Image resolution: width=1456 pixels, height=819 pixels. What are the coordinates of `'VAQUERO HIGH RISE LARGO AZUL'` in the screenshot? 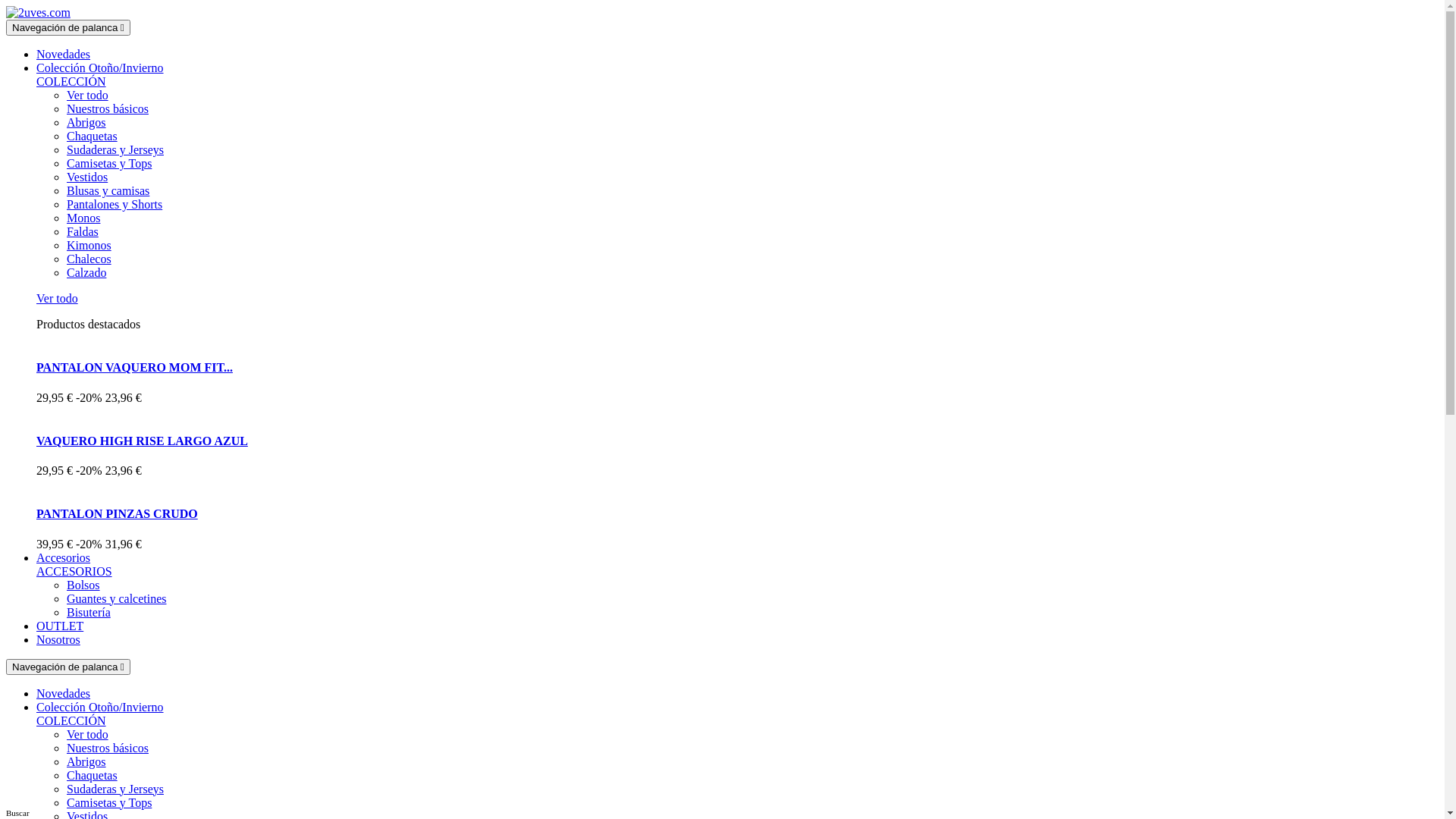 It's located at (142, 441).